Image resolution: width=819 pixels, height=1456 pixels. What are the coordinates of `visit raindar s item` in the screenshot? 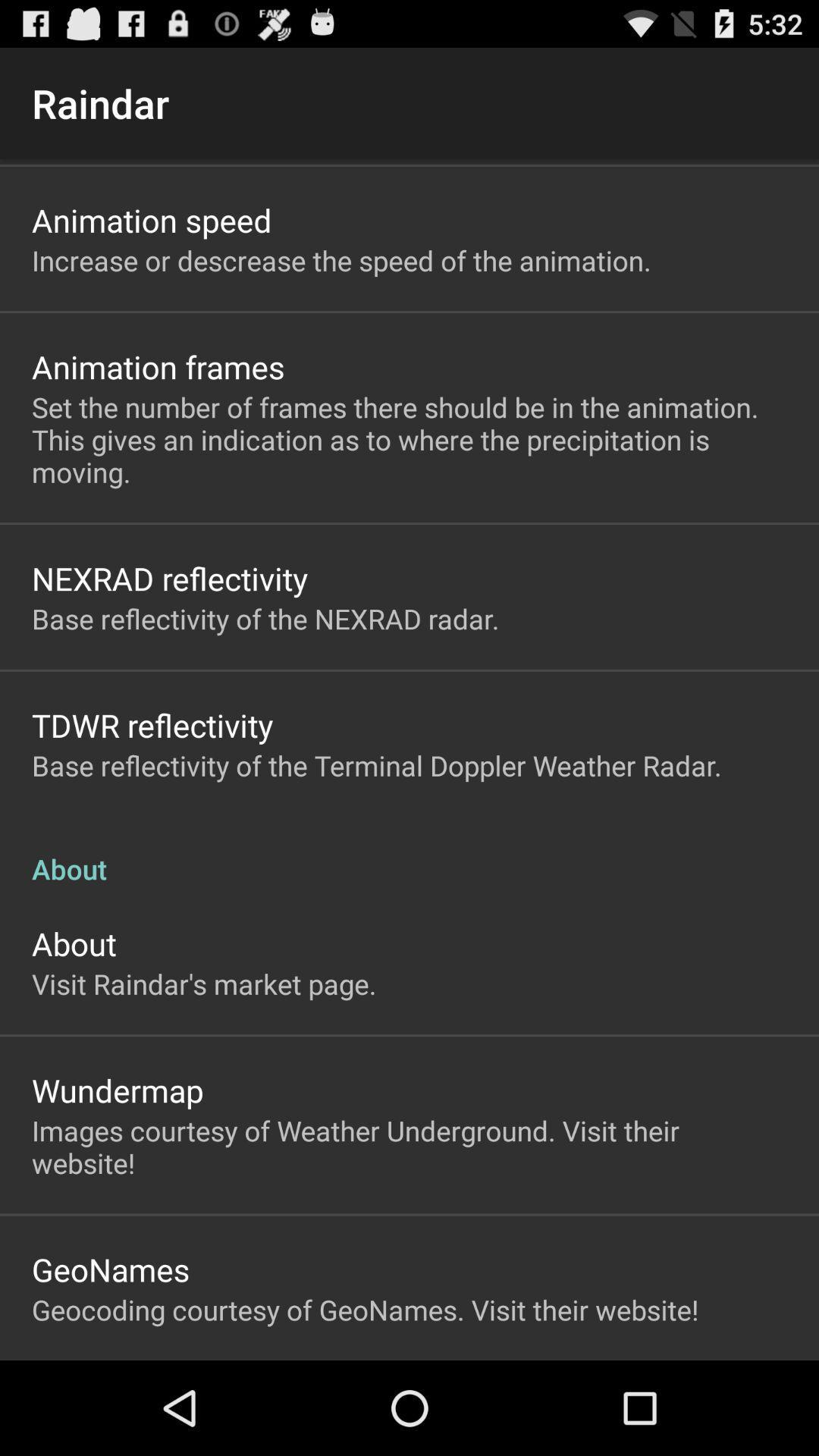 It's located at (203, 984).